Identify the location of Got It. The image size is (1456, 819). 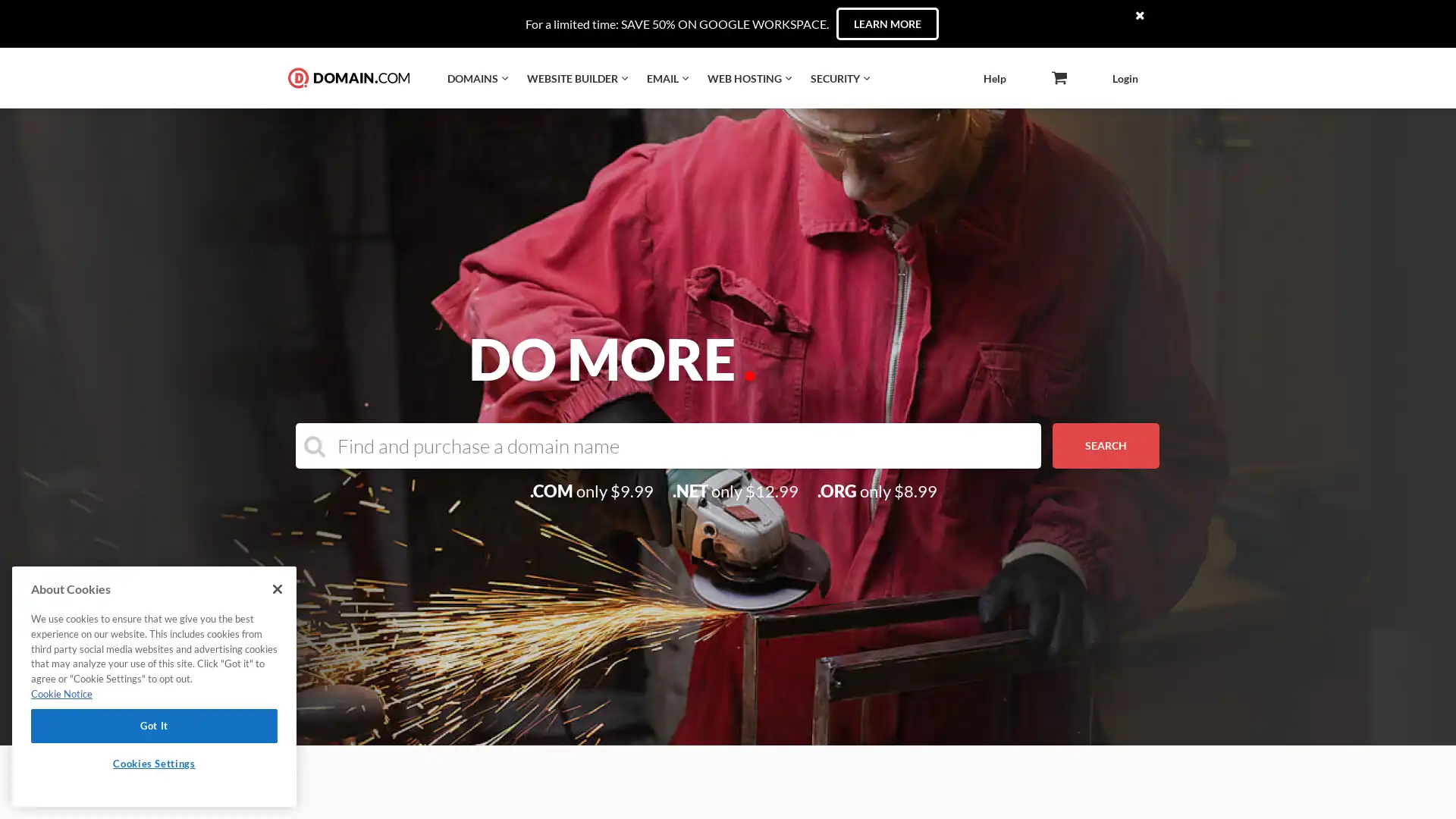
(154, 724).